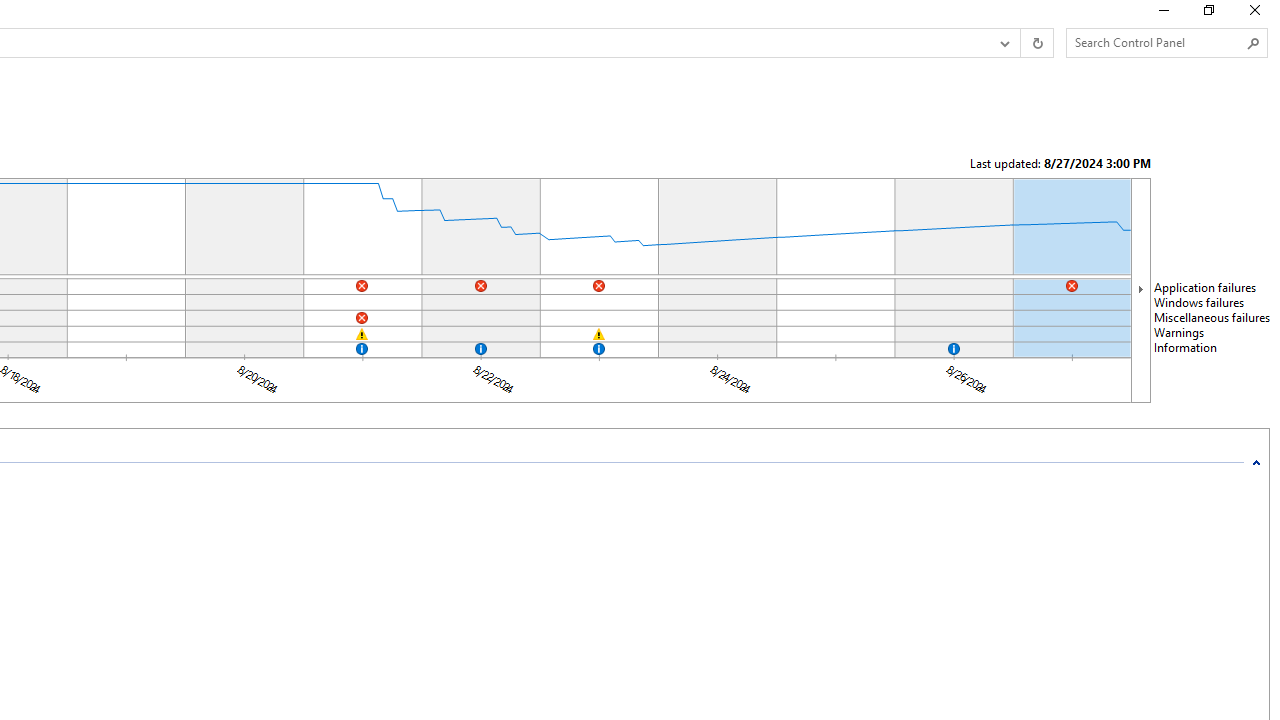 This screenshot has width=1280, height=720. What do you see at coordinates (1157, 42) in the screenshot?
I see `'Search Box'` at bounding box center [1157, 42].